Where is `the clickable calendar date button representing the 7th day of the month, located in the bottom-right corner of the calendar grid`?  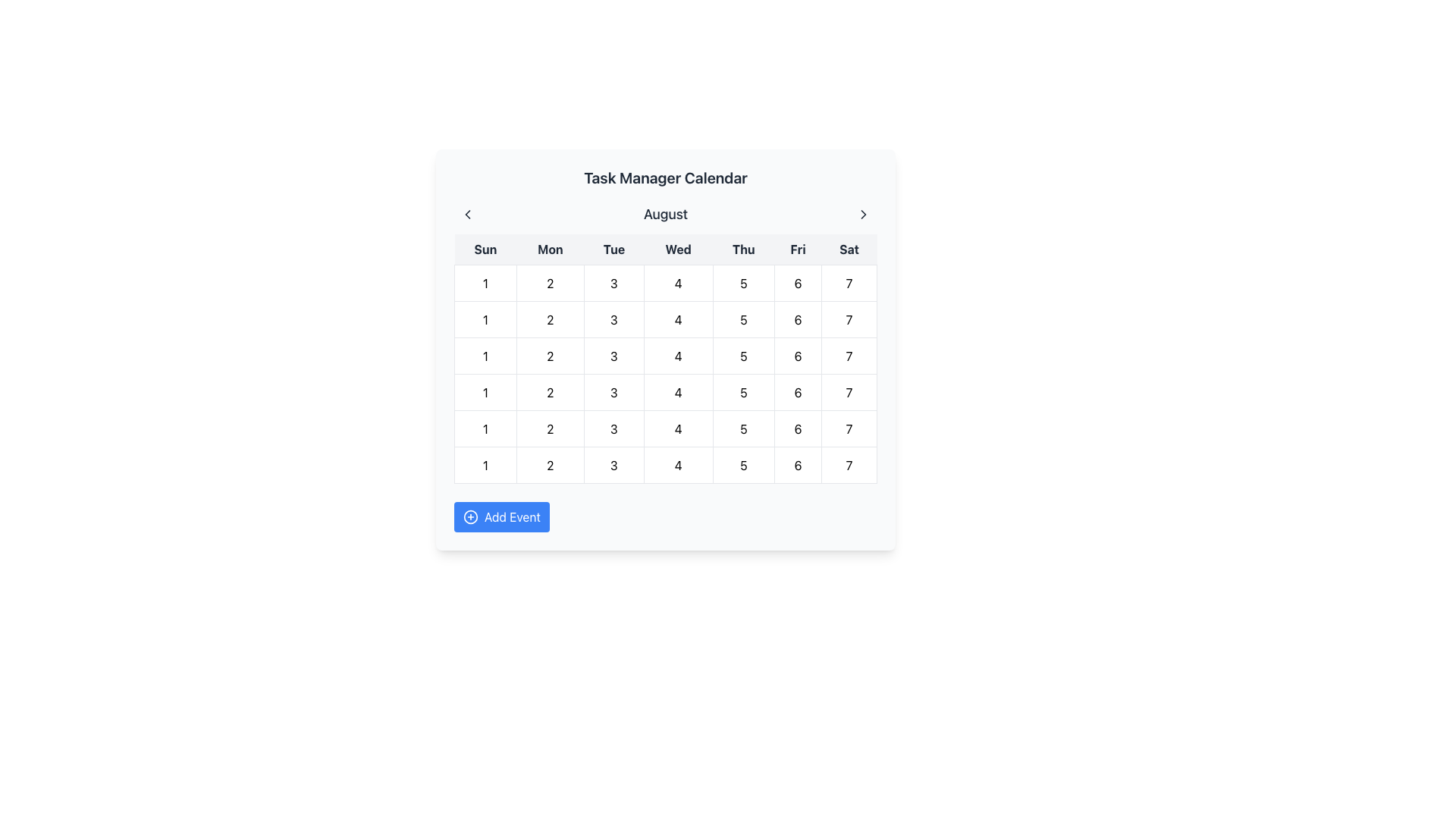 the clickable calendar date button representing the 7th day of the month, located in the bottom-right corner of the calendar grid is located at coordinates (849, 283).